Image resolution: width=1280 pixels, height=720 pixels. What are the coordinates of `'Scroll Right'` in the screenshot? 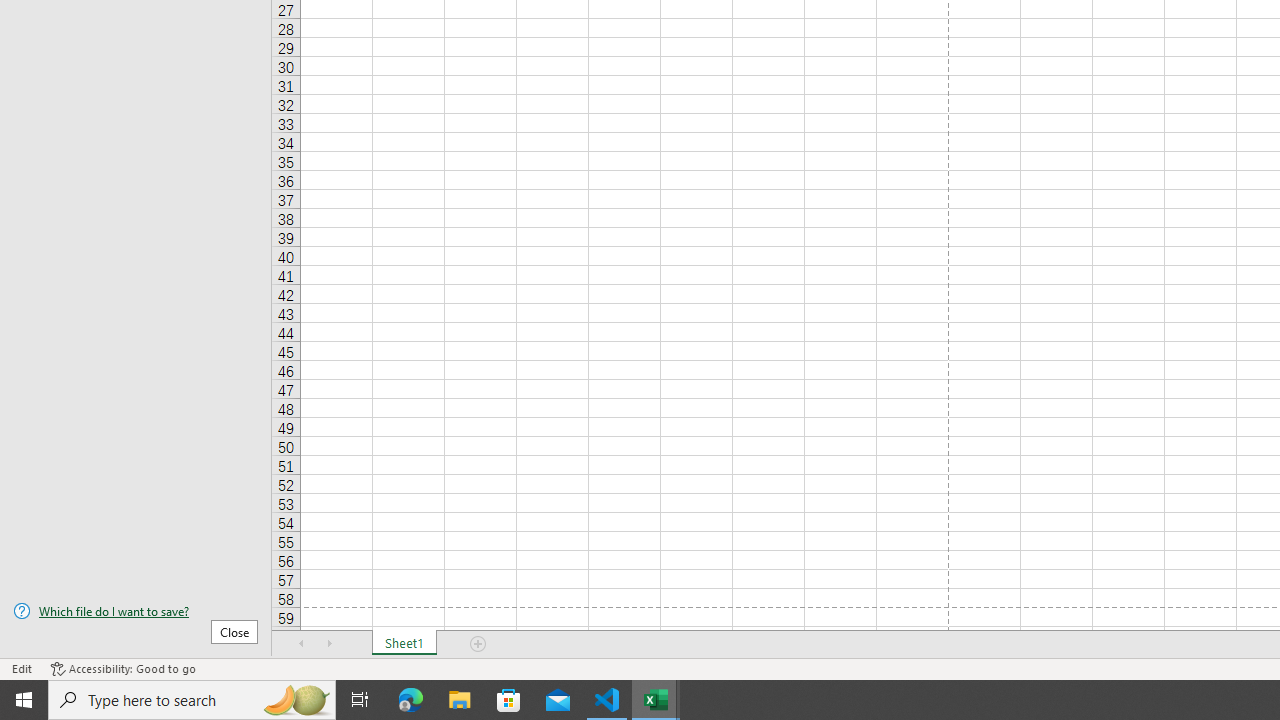 It's located at (330, 644).